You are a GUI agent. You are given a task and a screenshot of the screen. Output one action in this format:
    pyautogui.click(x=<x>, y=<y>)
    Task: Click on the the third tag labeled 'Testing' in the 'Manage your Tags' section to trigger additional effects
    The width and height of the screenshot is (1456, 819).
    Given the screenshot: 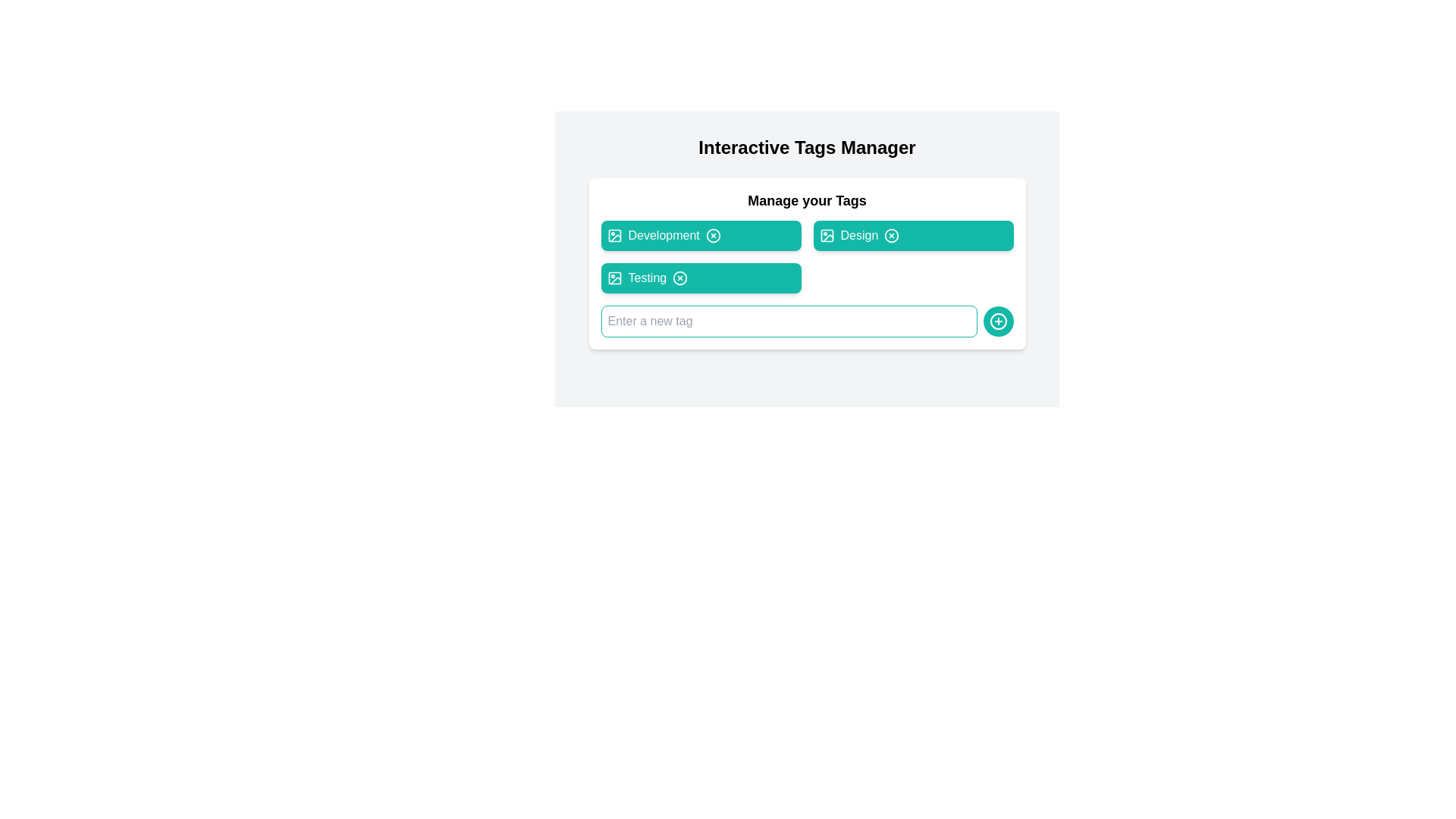 What is the action you would take?
    pyautogui.click(x=647, y=278)
    